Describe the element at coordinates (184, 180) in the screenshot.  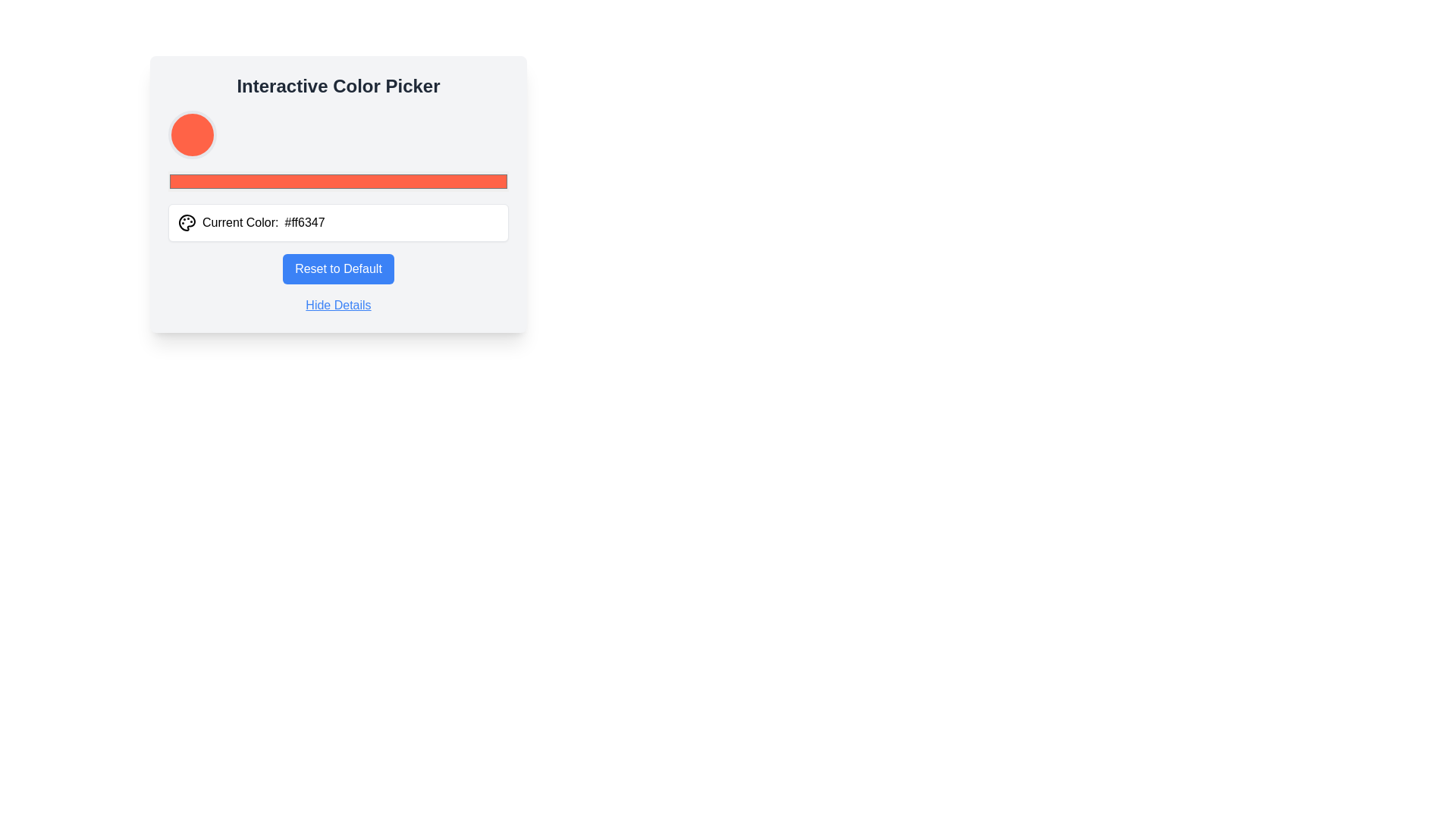
I see `the slider value` at that location.